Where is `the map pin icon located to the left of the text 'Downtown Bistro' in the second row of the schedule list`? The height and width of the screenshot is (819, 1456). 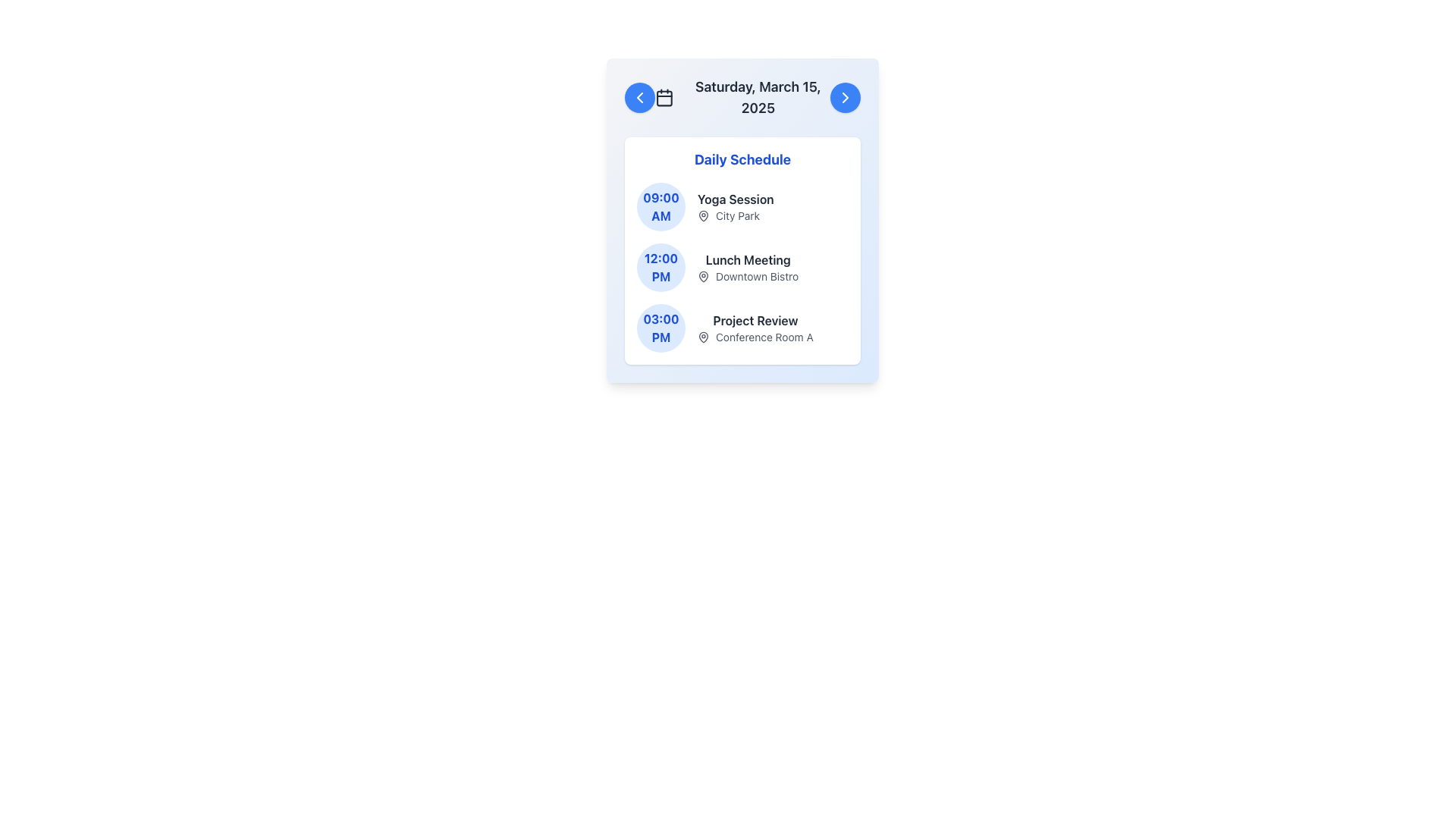
the map pin icon located to the left of the text 'Downtown Bistro' in the second row of the schedule list is located at coordinates (702, 277).